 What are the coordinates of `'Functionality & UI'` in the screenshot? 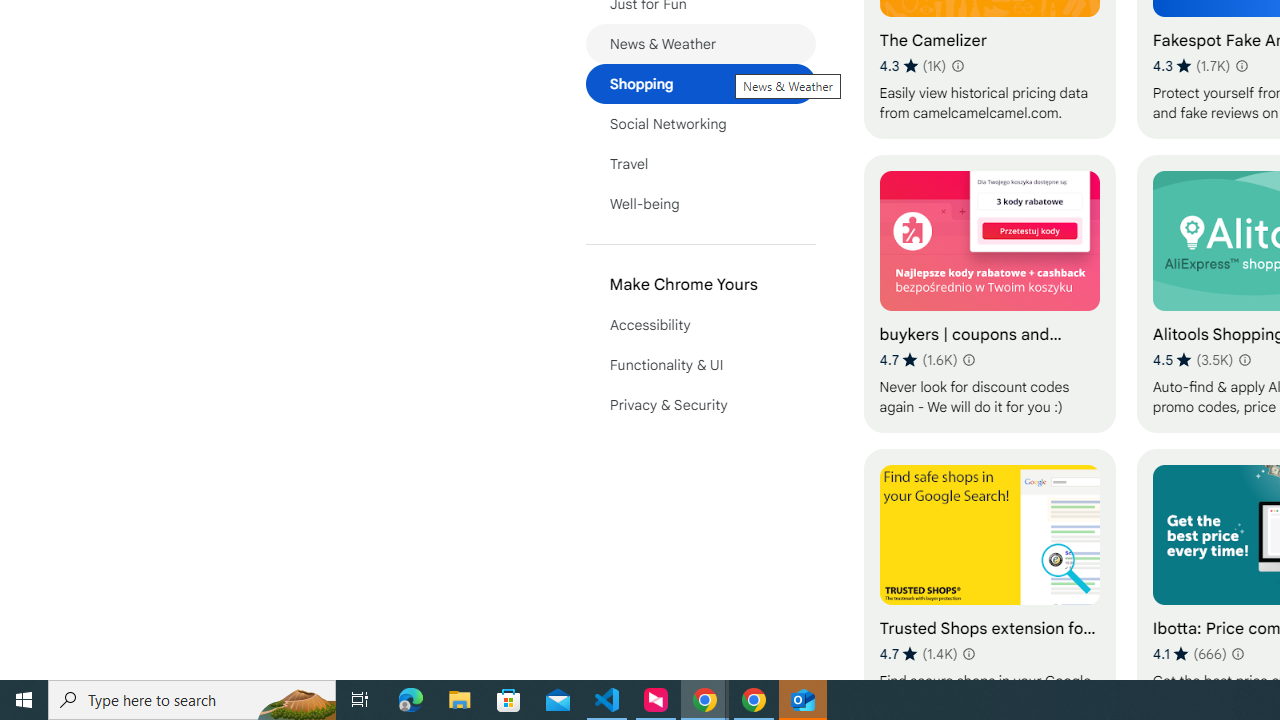 It's located at (700, 365).